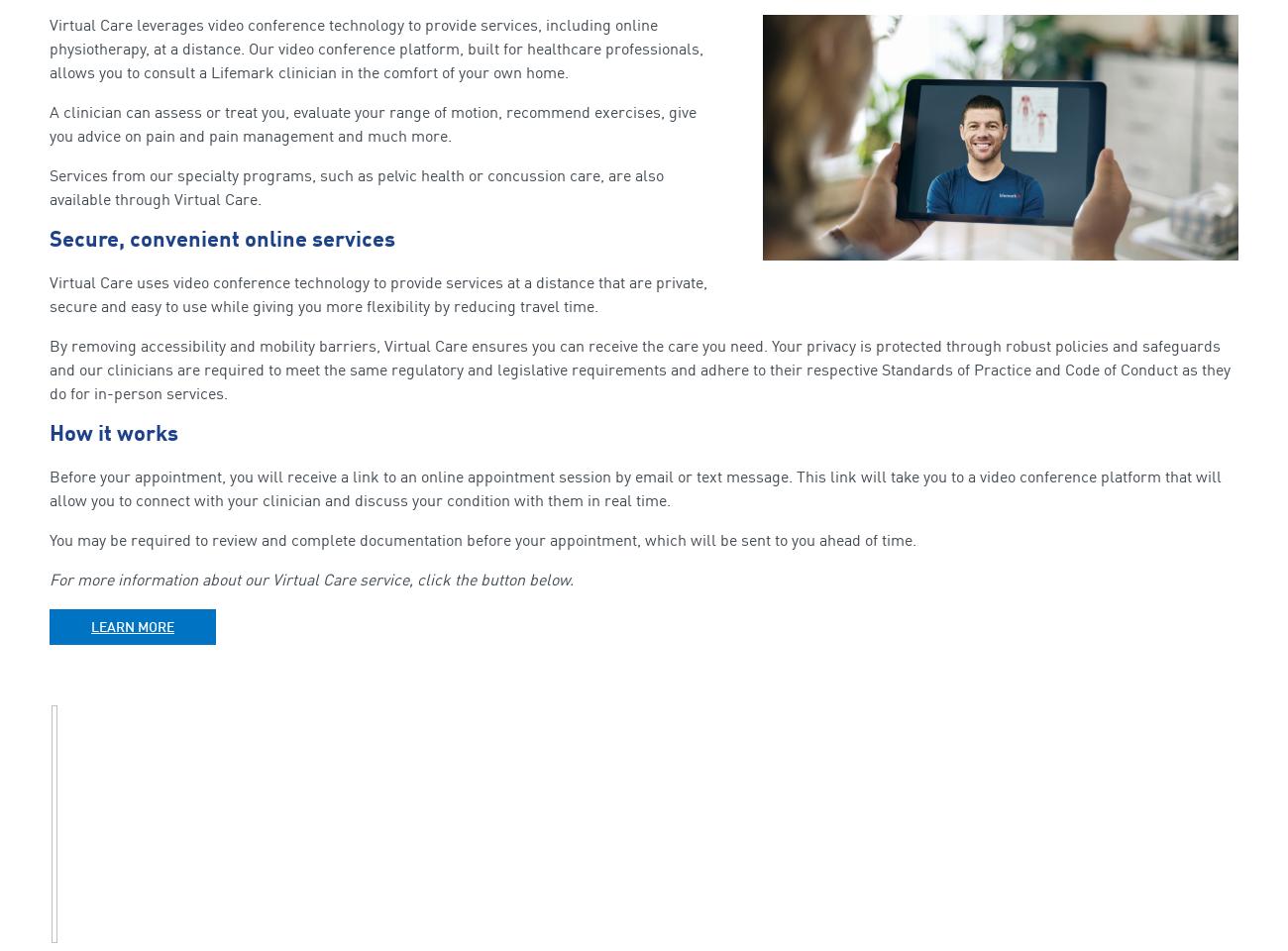 The height and width of the screenshot is (951, 1288). What do you see at coordinates (49, 187) in the screenshot?
I see `'Services from our specialty programs, such as pelvic health or concussion care, are also available through Virtual Care.'` at bounding box center [49, 187].